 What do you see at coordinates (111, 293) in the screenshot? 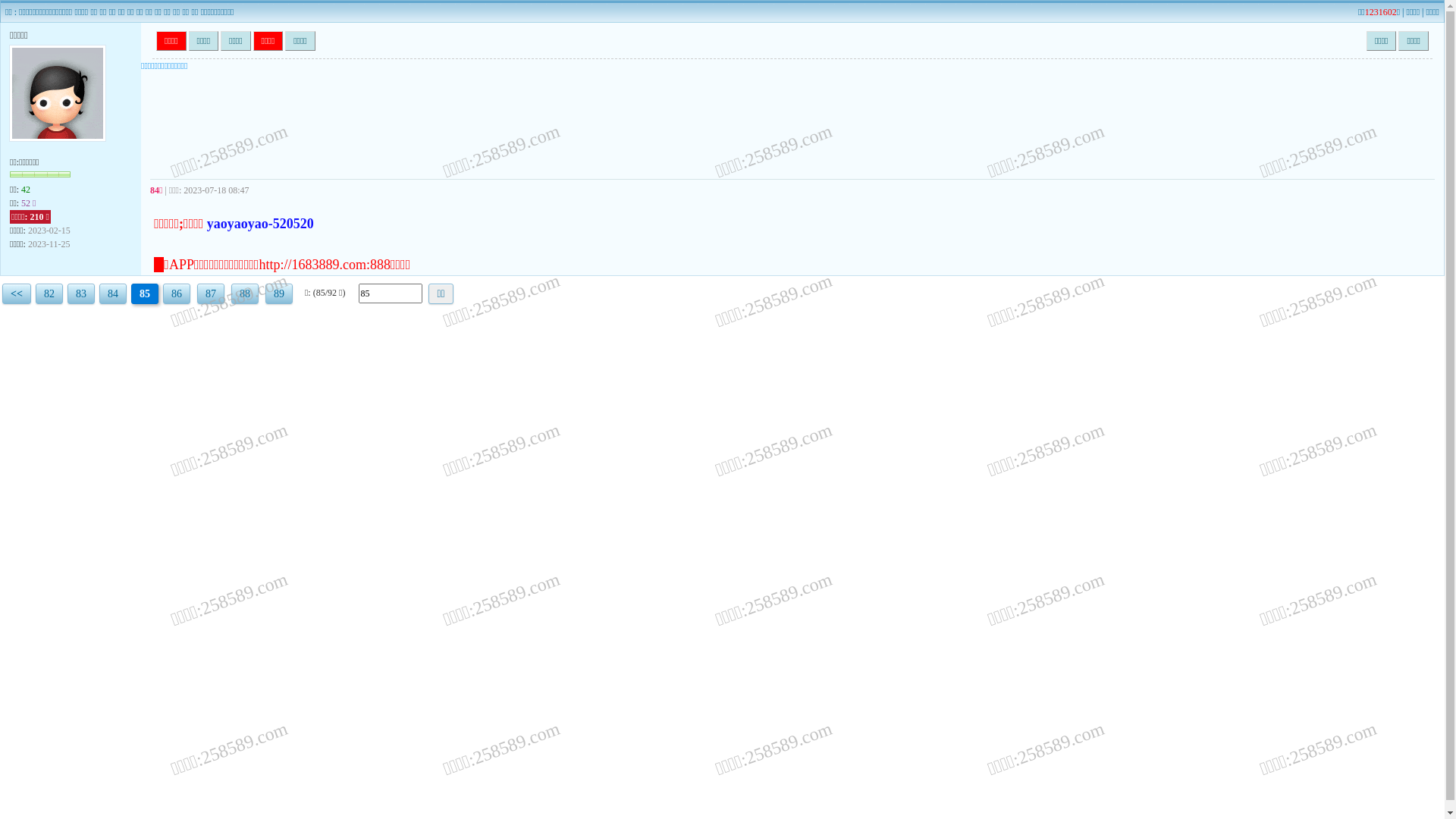
I see `'84'` at bounding box center [111, 293].